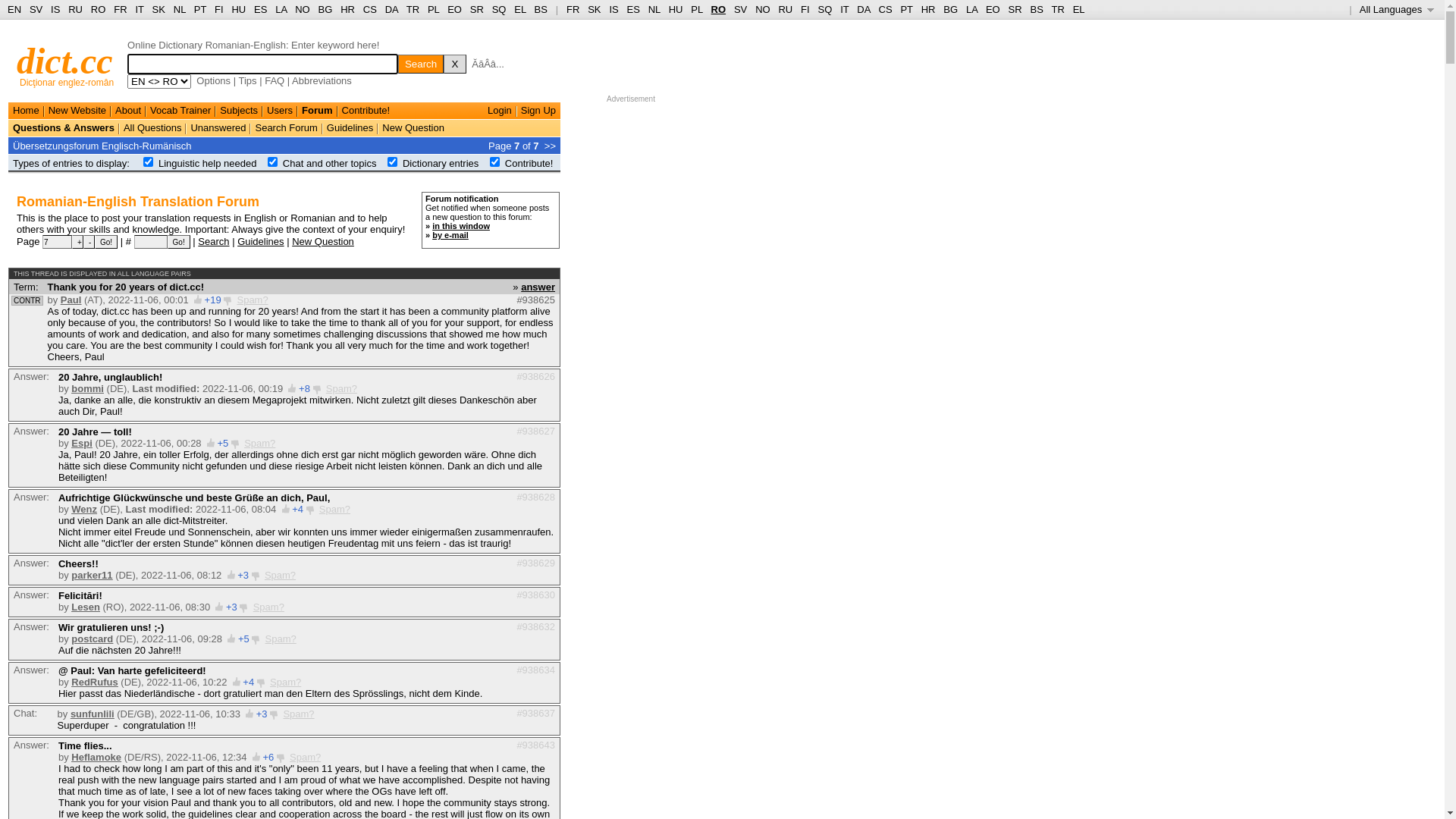 This screenshot has height=819, width=1456. I want to click on 'Login', so click(499, 109).